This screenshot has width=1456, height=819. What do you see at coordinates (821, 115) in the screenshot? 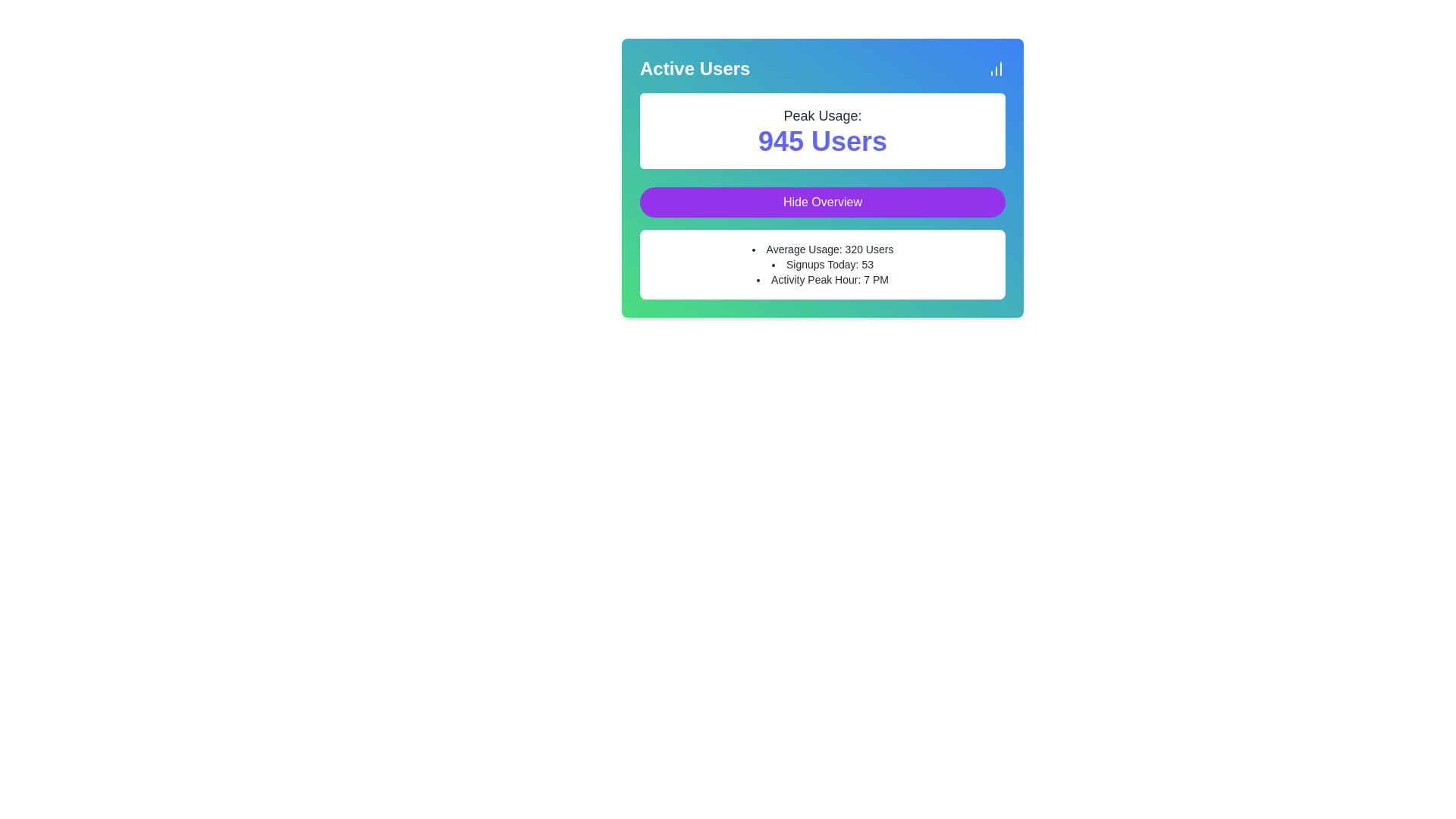
I see `text content of the label 'Peak Usage:' which is prominently displayed above the numeric value '945 Users' in a white box` at bounding box center [821, 115].